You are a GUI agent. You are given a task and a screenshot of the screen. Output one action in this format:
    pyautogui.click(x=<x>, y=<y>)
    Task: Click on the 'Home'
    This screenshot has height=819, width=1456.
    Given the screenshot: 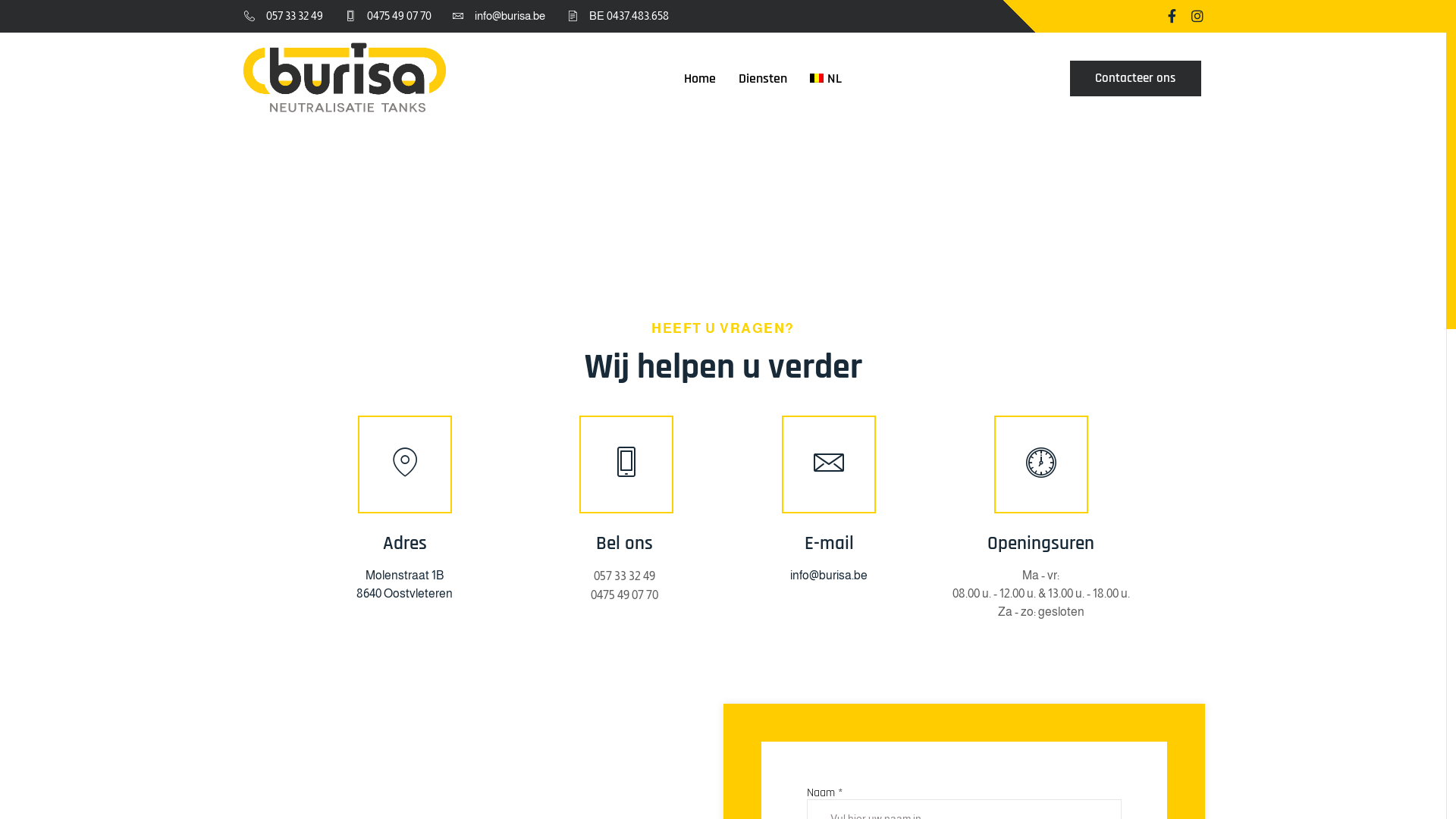 What is the action you would take?
    pyautogui.click(x=672, y=77)
    